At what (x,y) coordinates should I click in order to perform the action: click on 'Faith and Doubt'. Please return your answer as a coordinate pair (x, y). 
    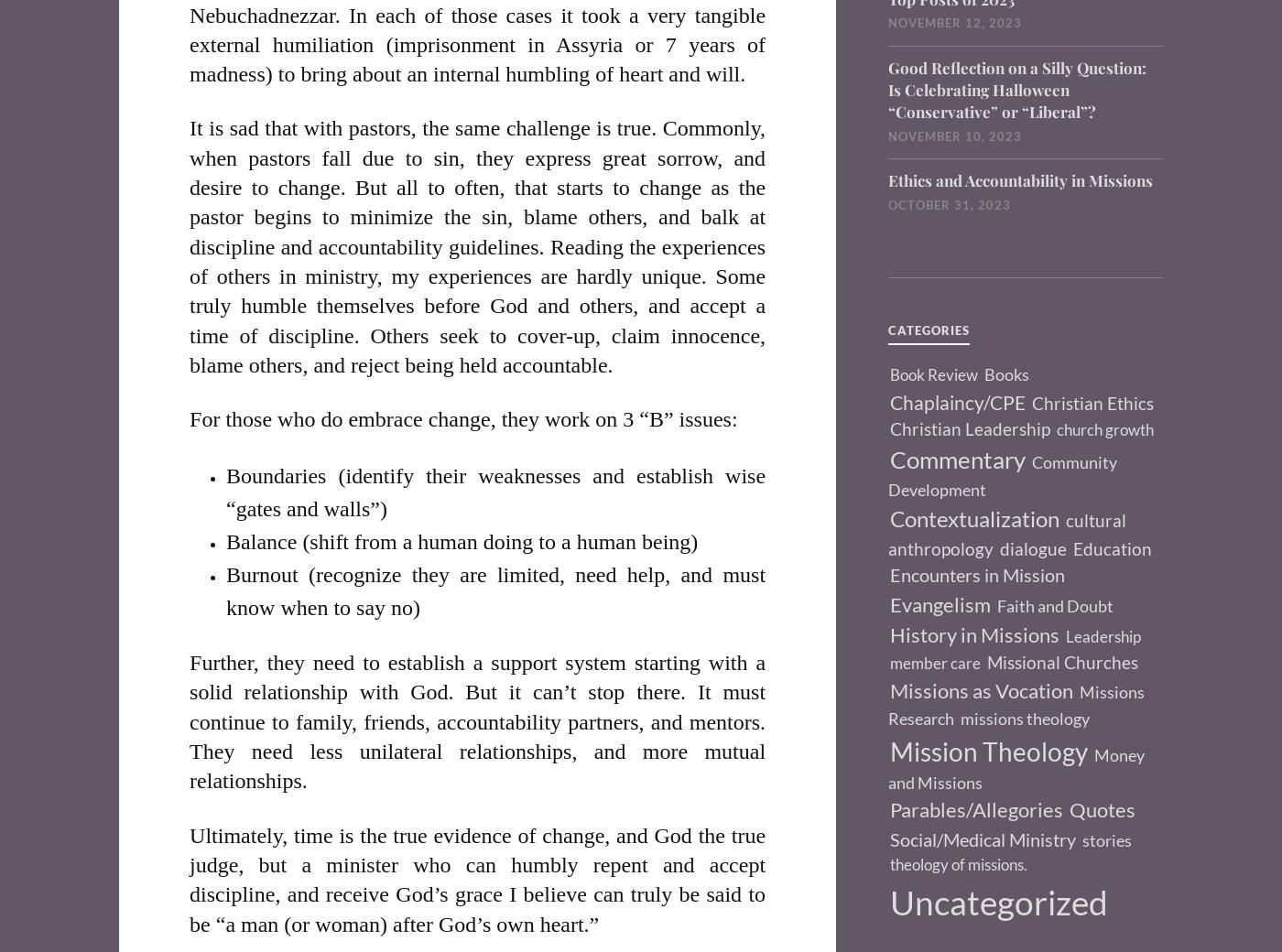
    Looking at the image, I should click on (1055, 605).